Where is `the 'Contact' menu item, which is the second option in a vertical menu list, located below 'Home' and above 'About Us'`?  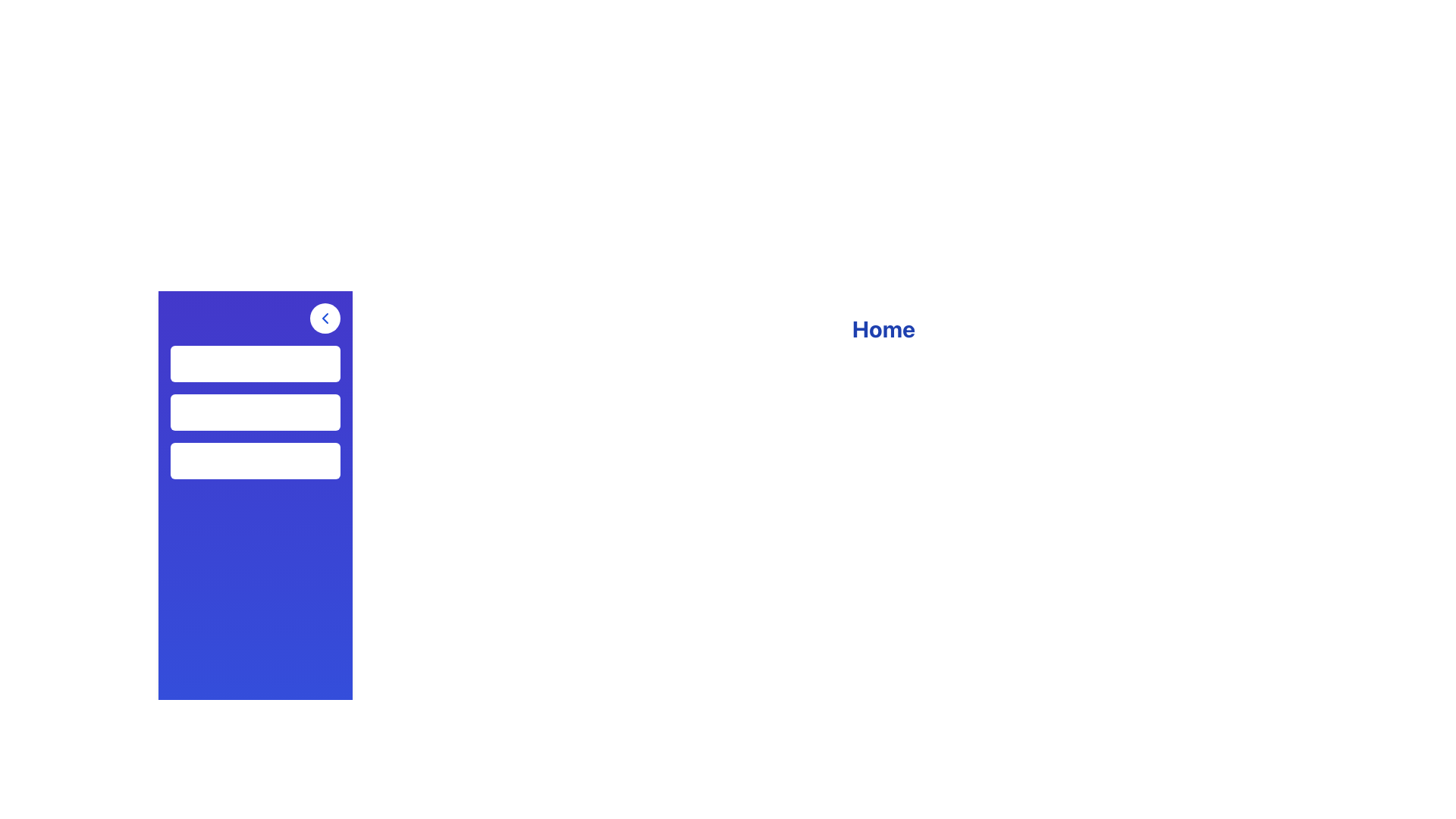 the 'Contact' menu item, which is the second option in a vertical menu list, located below 'Home' and above 'About Us' is located at coordinates (255, 412).